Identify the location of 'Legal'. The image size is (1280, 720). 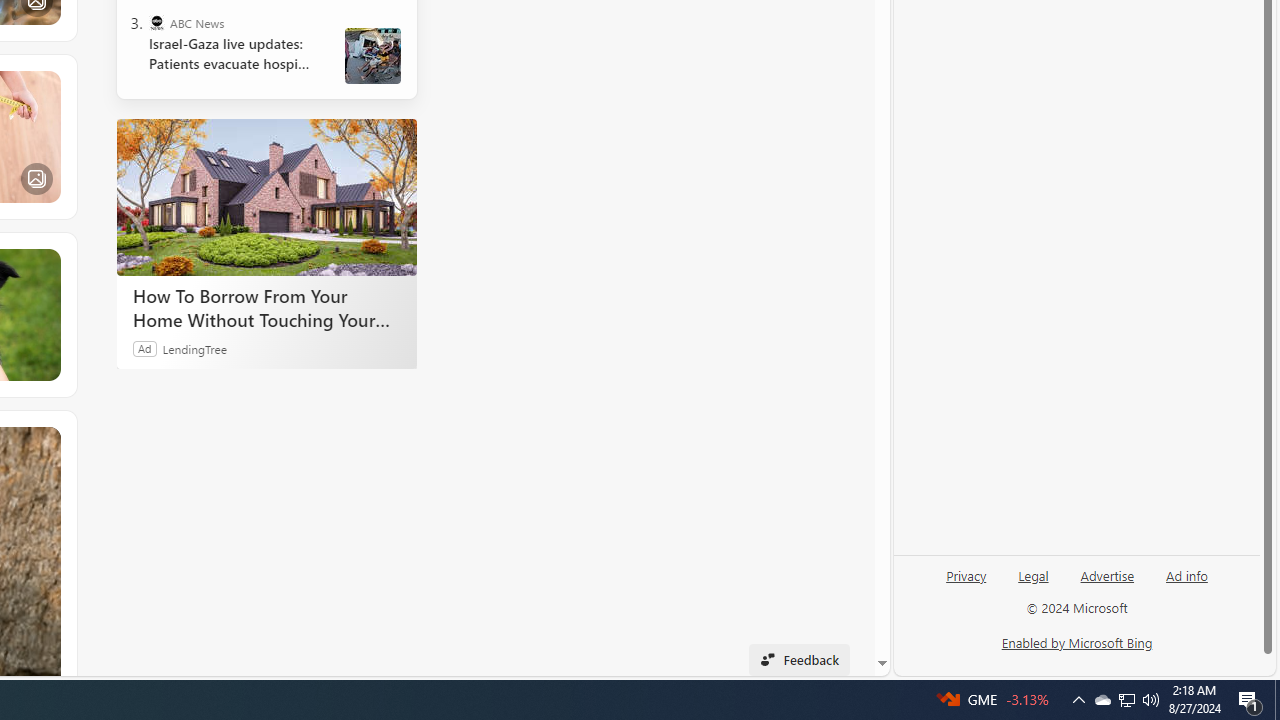
(1033, 583).